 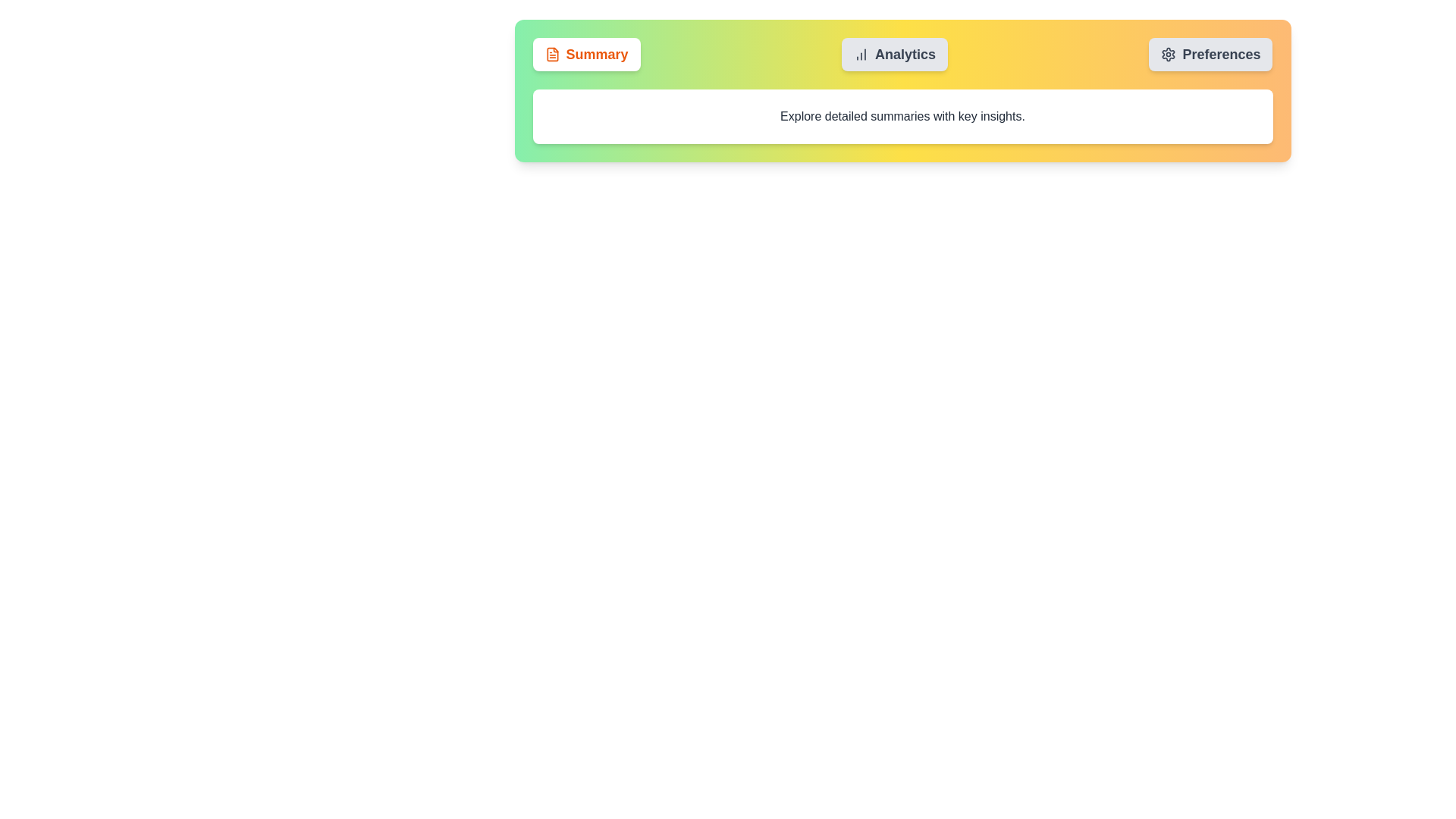 I want to click on the 'Analytics' button which contains an icon resembling a bar graph with three vertical bars, located at the top-center section of the interface, so click(x=861, y=54).